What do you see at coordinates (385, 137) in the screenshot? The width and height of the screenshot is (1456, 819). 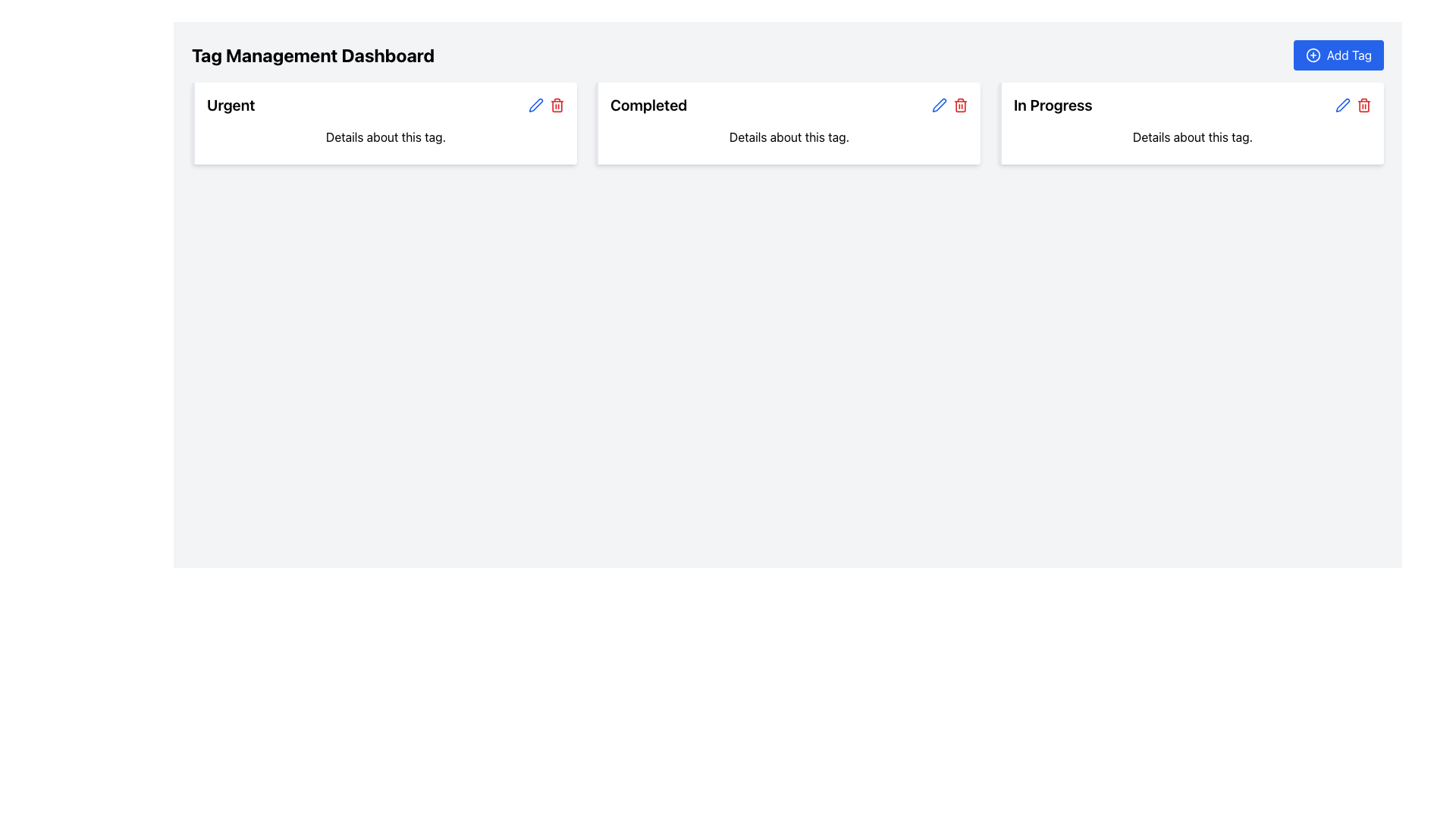 I see `the static text label located in the 'Urgent' section below the title text, providing additional information` at bounding box center [385, 137].